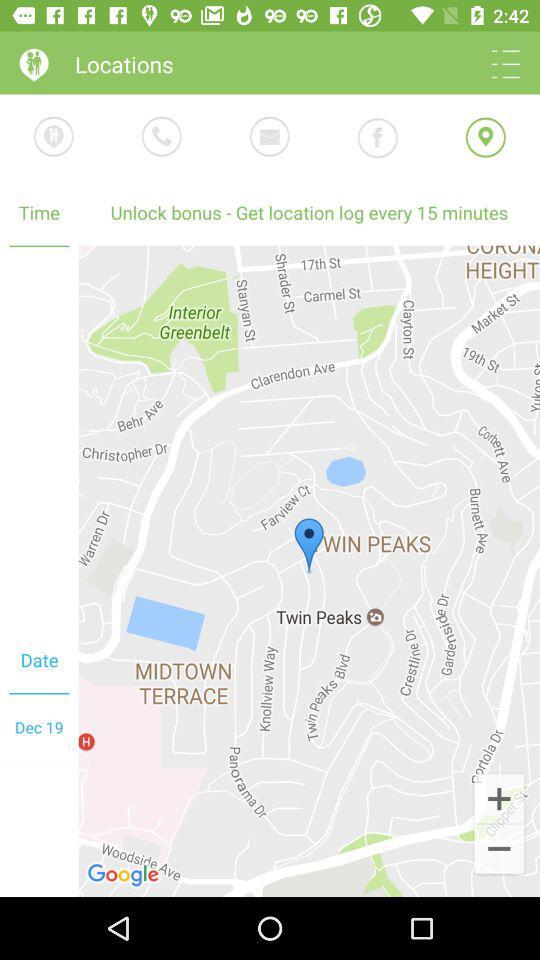 The width and height of the screenshot is (540, 960). I want to click on the app next to the time app, so click(309, 212).